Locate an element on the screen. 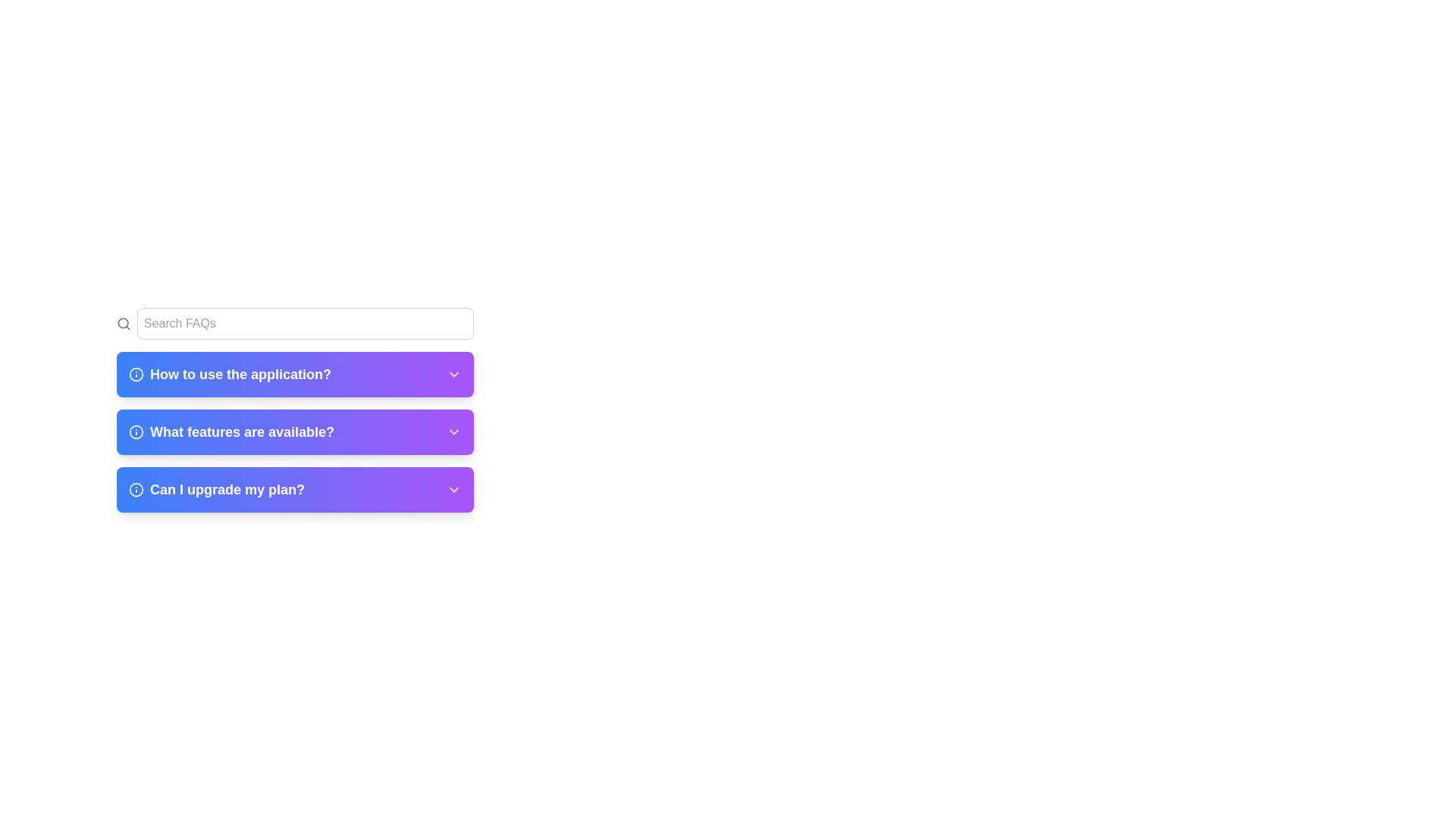 The width and height of the screenshot is (1456, 819). the text label displaying the question related to FAQ, specifically the one under the 'What features are available?' section is located at coordinates (227, 489).